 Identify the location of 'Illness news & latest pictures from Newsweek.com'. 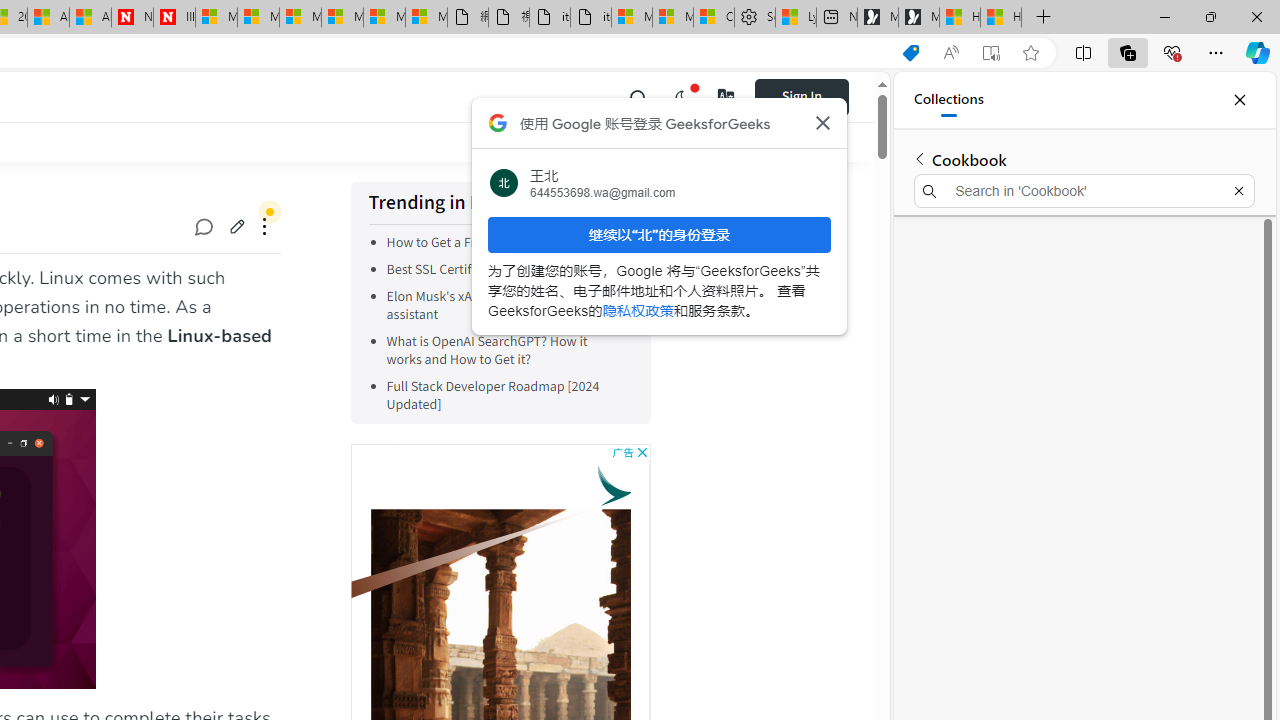
(174, 17).